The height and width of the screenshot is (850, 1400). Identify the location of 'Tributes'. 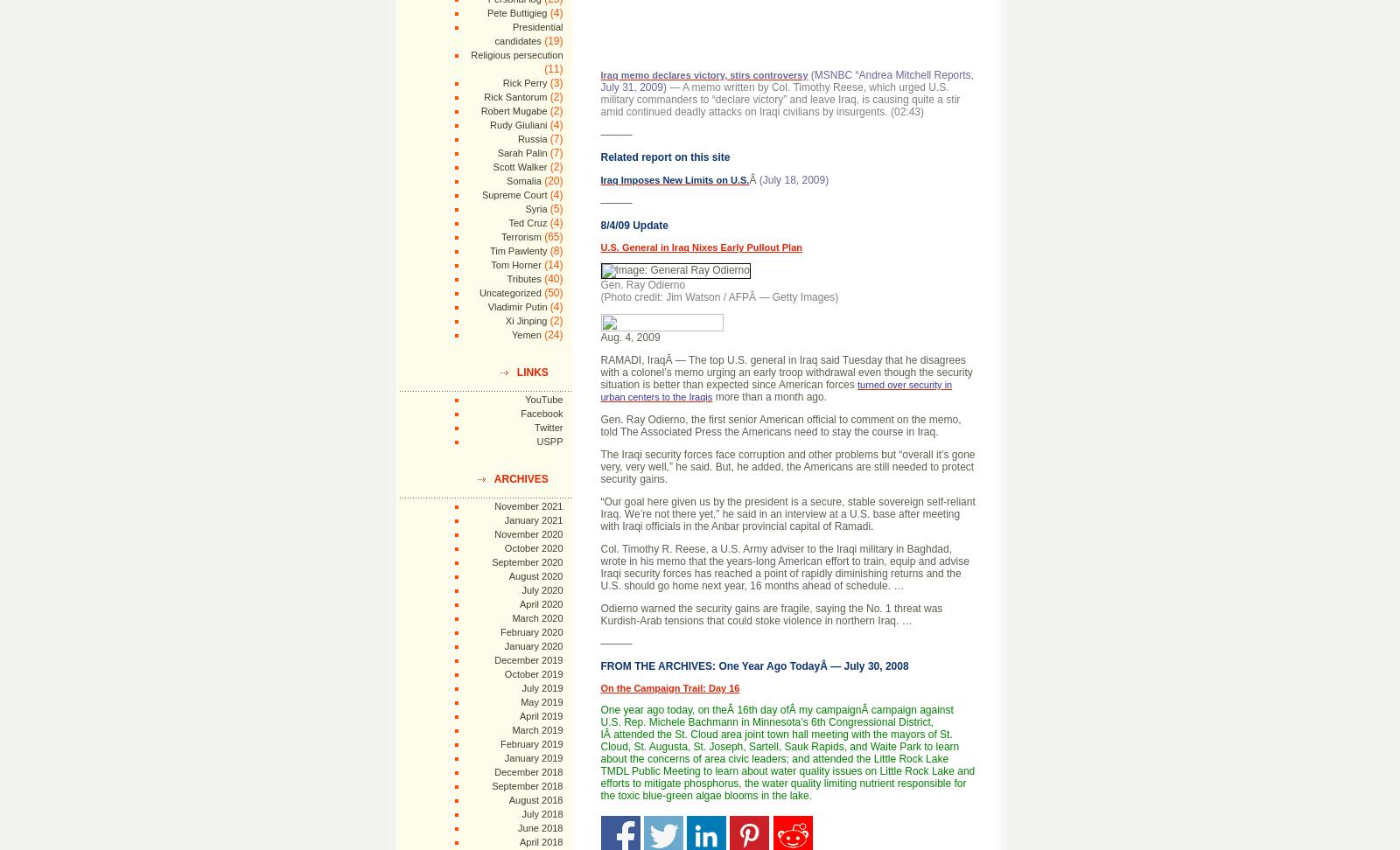
(522, 278).